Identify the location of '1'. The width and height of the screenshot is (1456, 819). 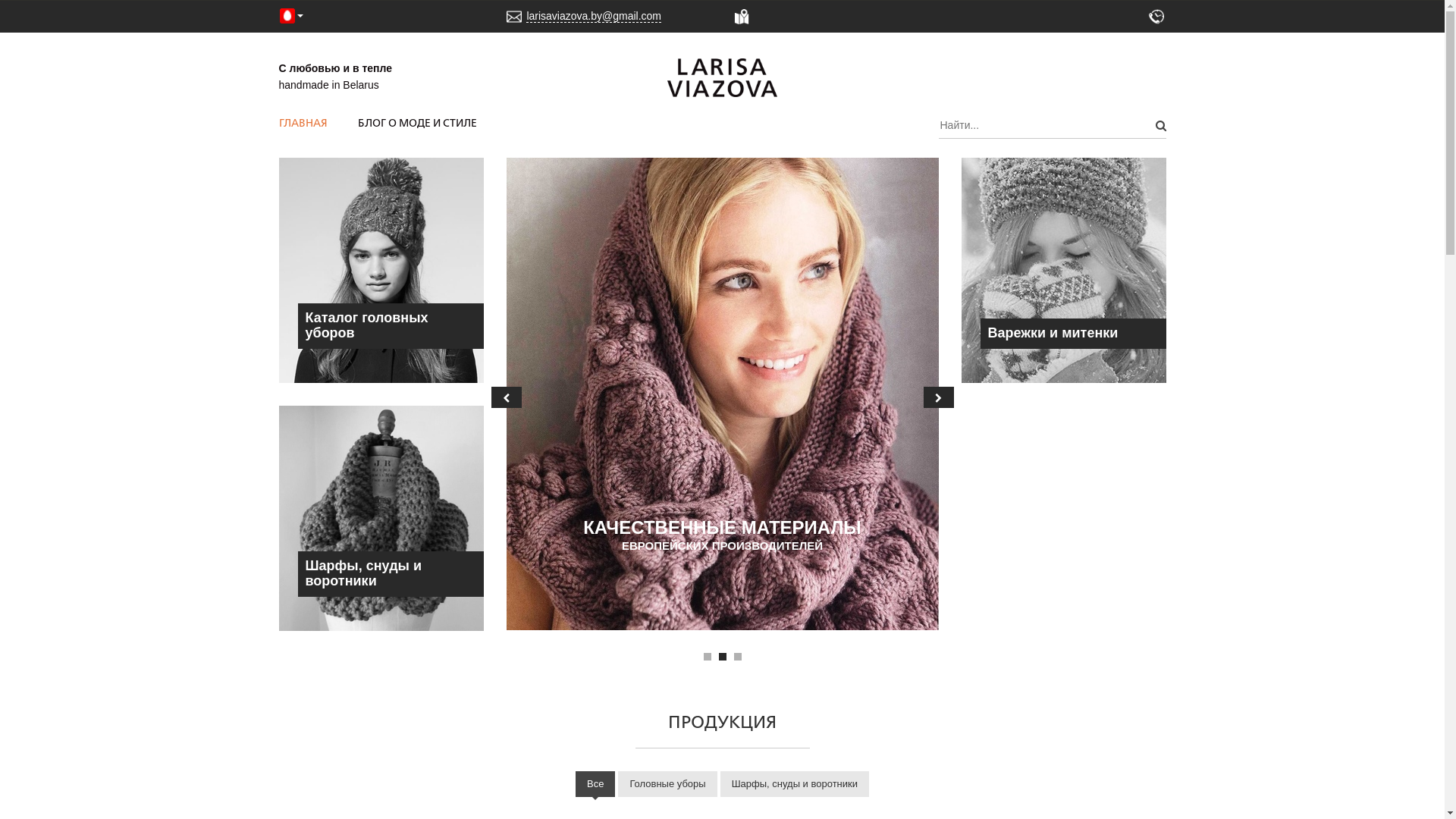
(706, 656).